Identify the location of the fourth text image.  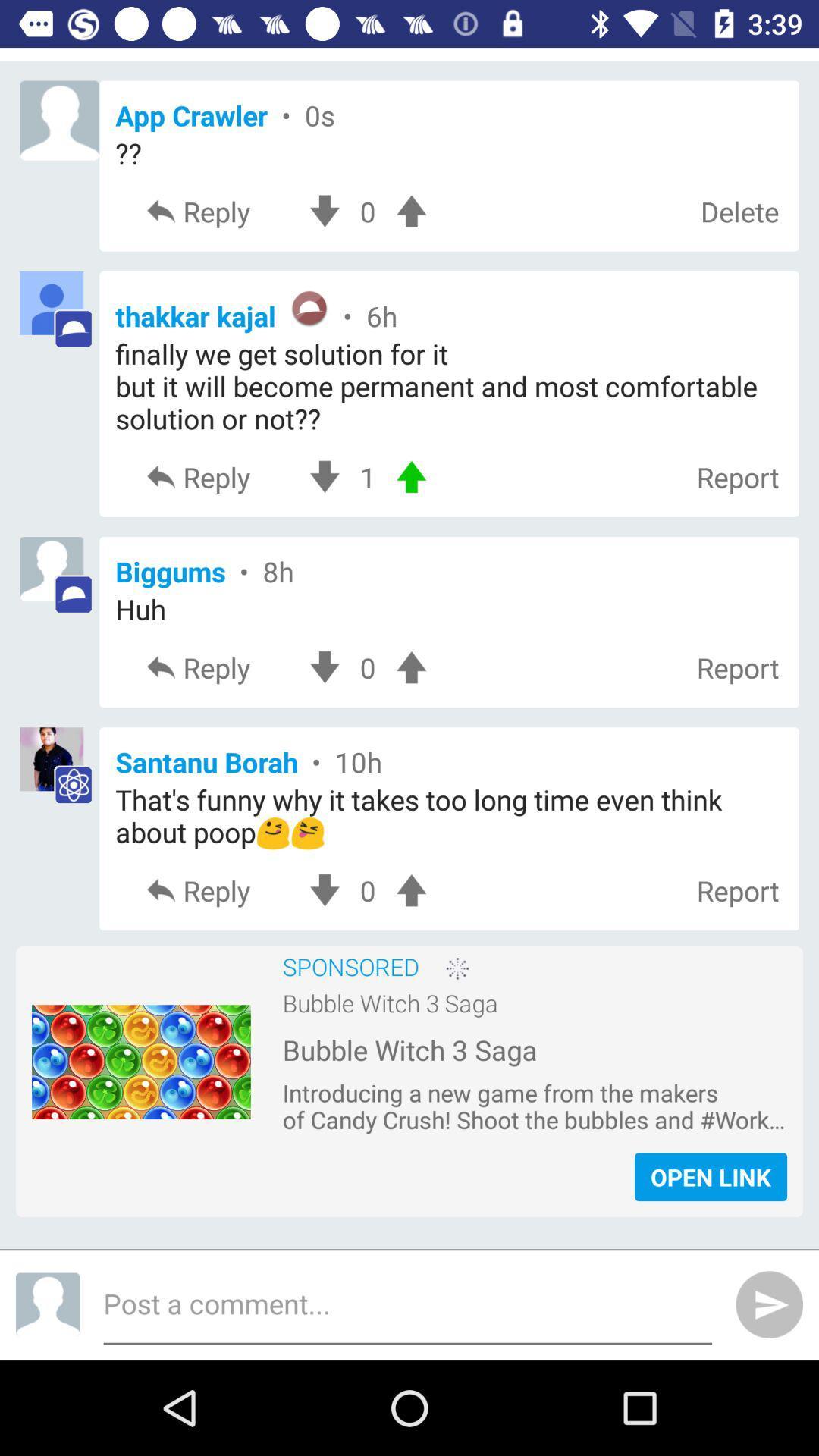
(58, 767).